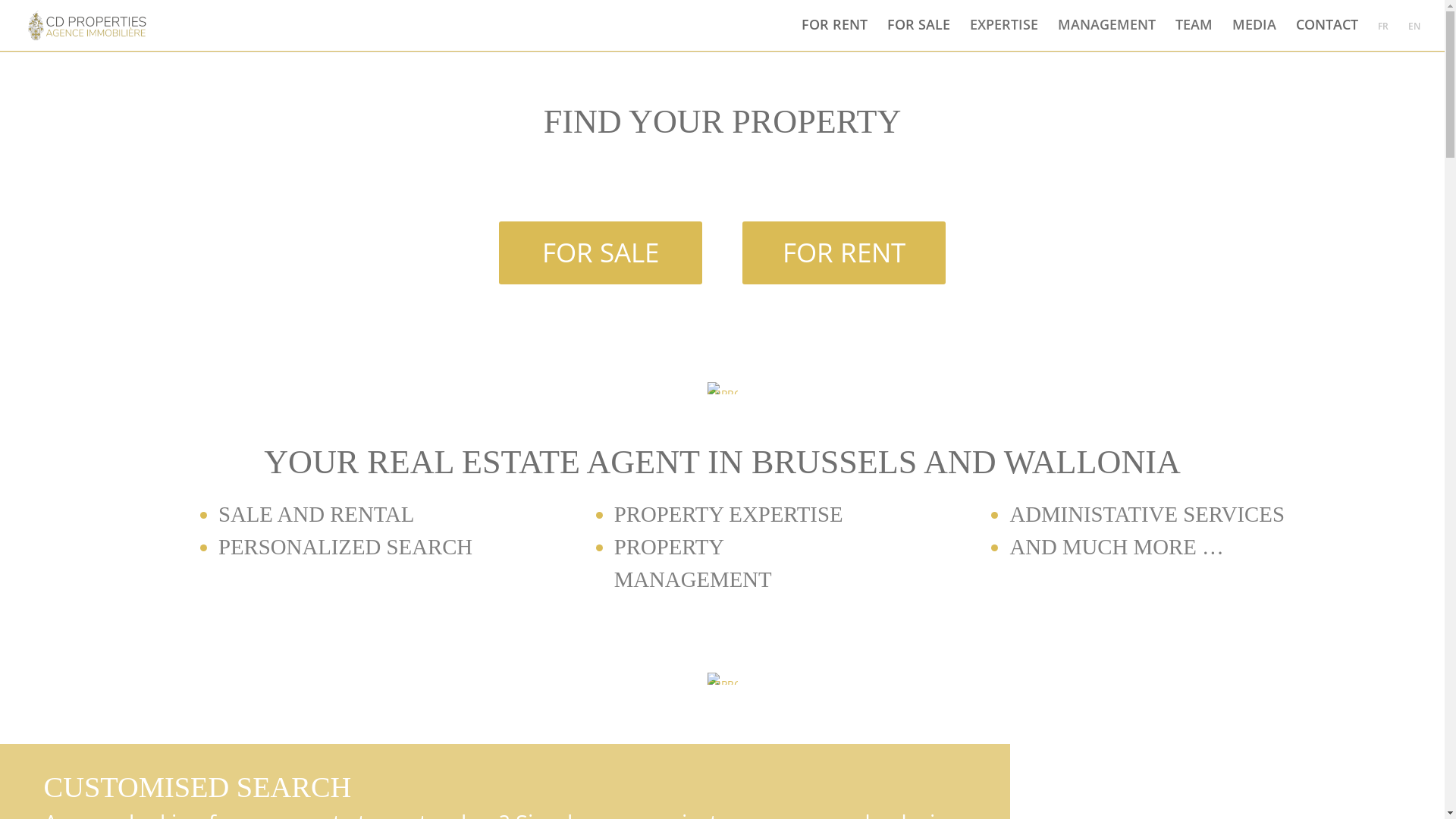 This screenshot has height=819, width=1456. Describe the element at coordinates (1106, 33) in the screenshot. I see `'MANAGEMENT'` at that location.